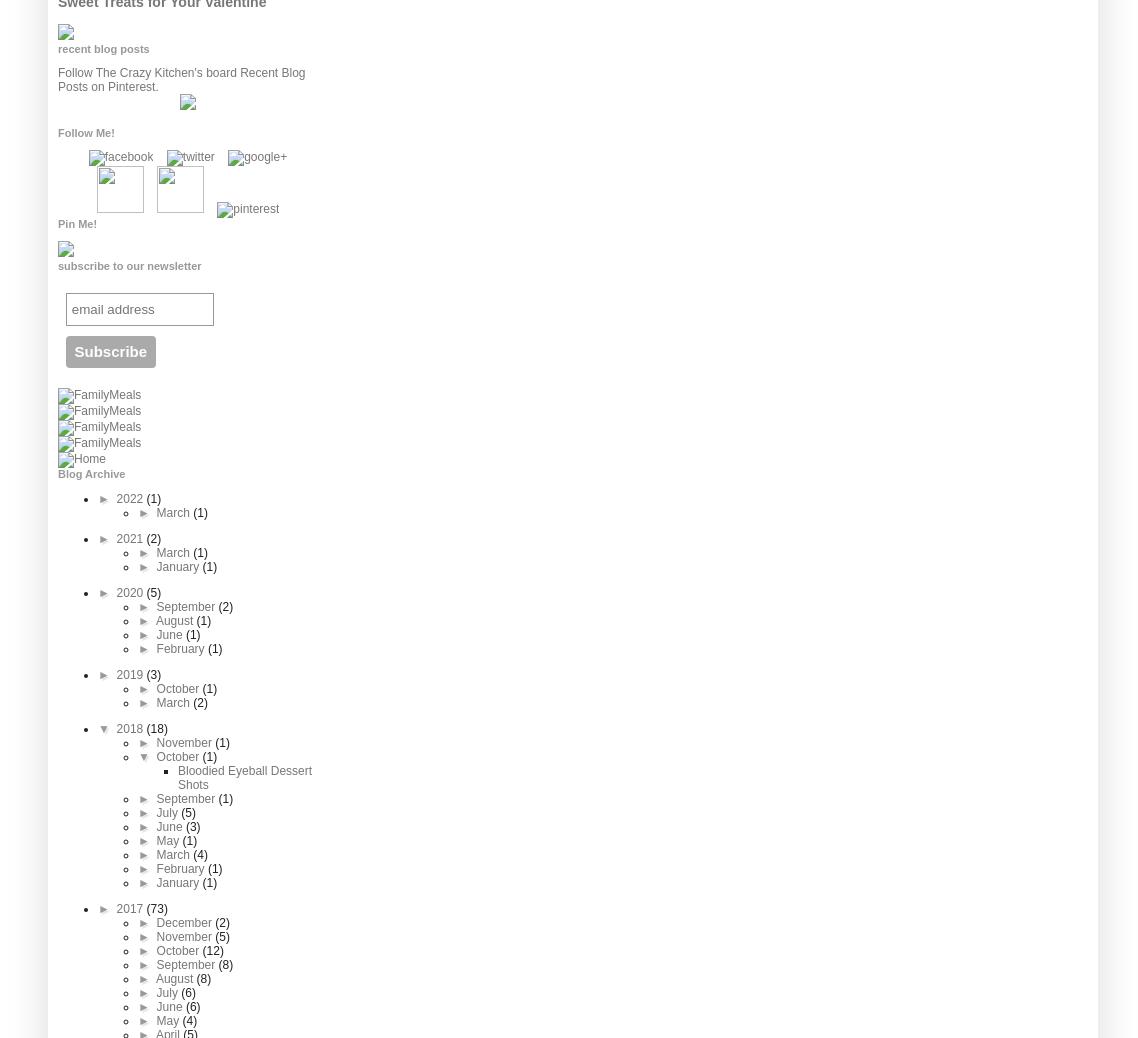 This screenshot has height=1038, width=1138. Describe the element at coordinates (130, 674) in the screenshot. I see `'2019'` at that location.